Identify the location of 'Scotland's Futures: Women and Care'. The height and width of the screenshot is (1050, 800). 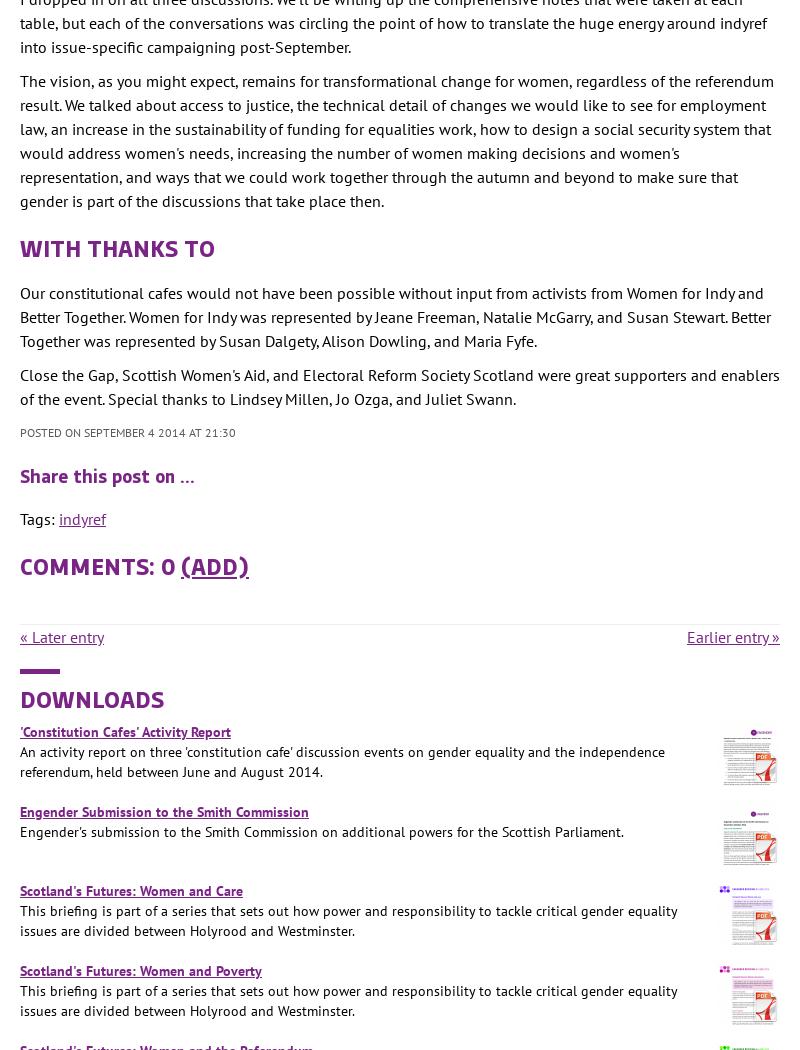
(130, 890).